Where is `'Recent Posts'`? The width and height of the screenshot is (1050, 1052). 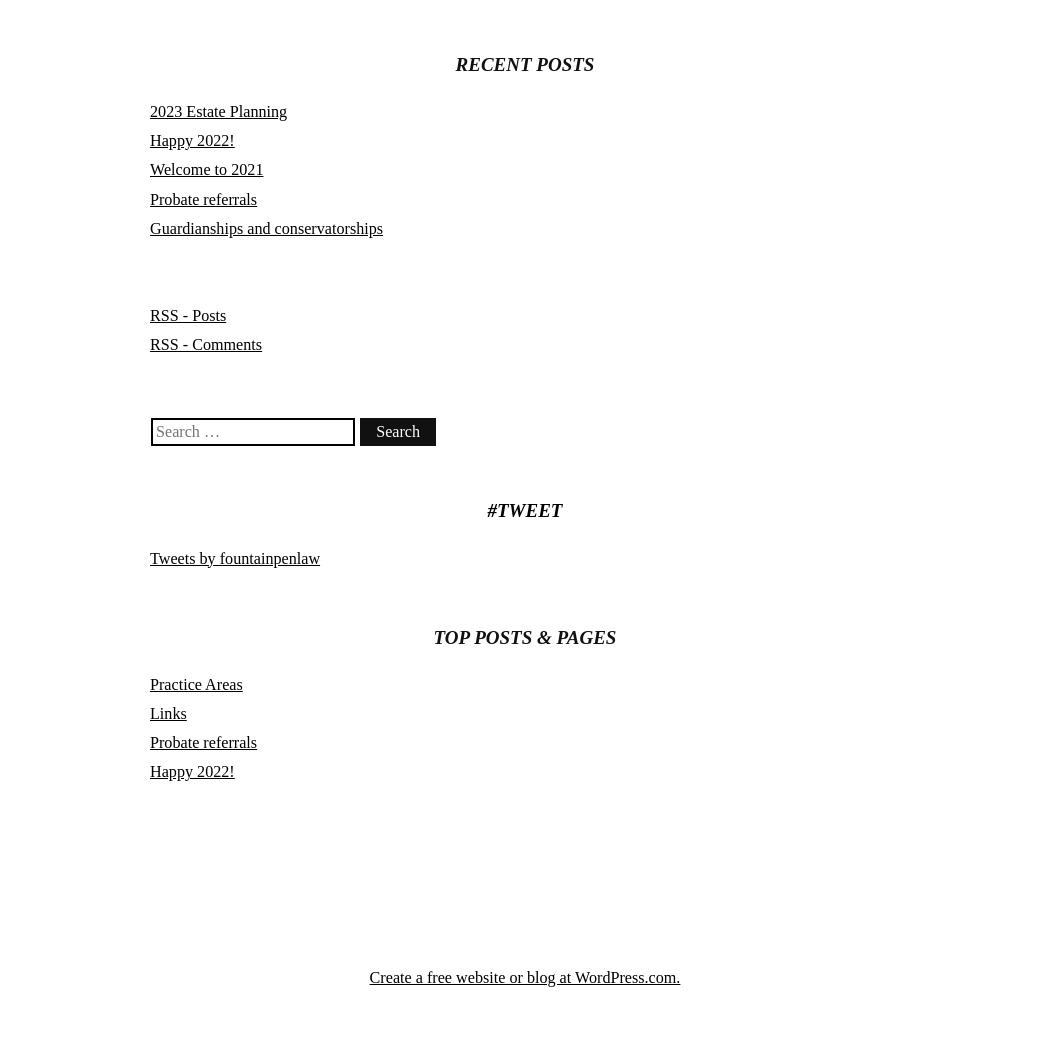 'Recent Posts' is located at coordinates (523, 62).